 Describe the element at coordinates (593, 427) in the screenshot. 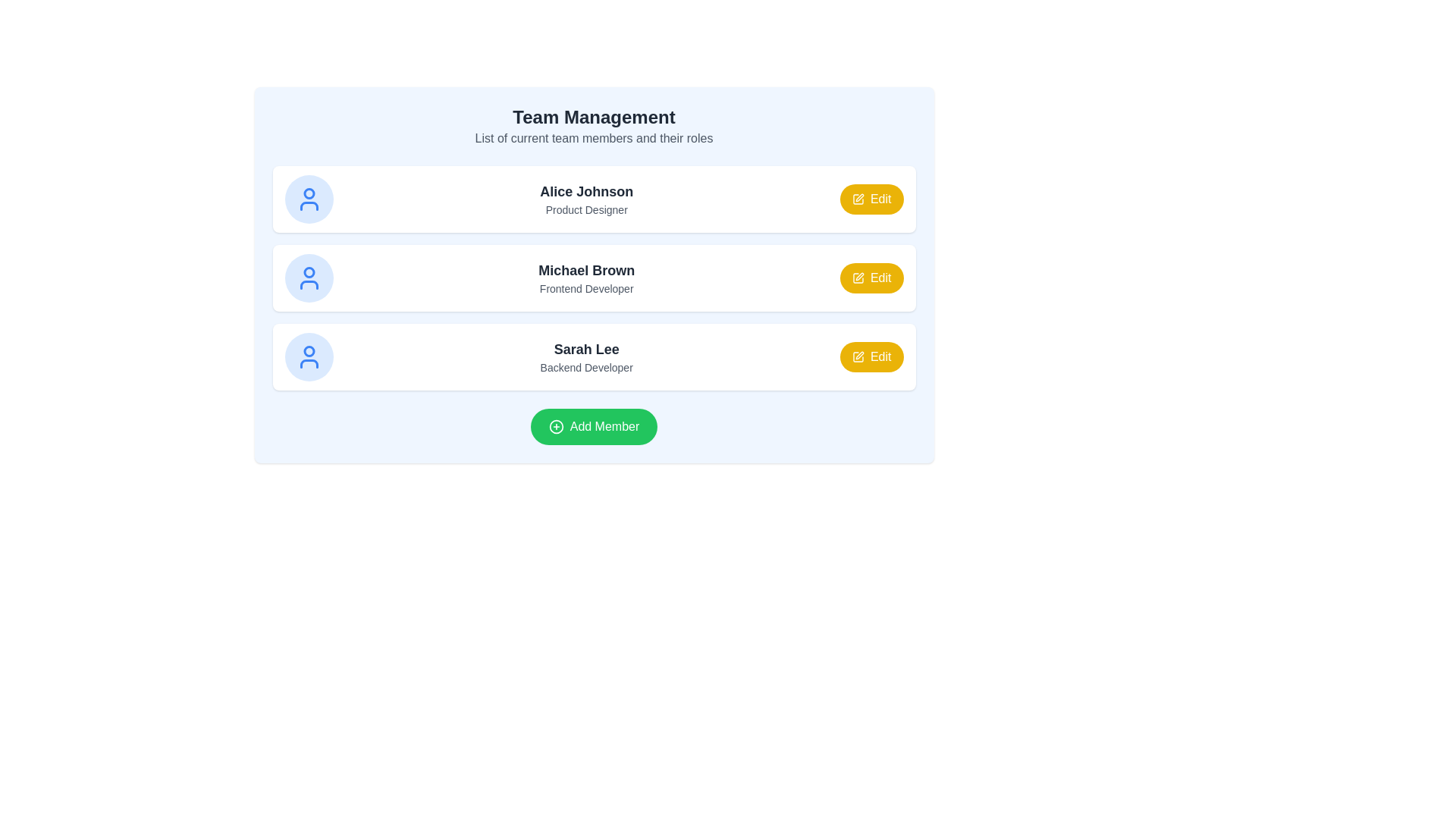

I see `the green 'Add Member' button with a plus sign icon located at the bottom of the 'Team Management' card beneath 'Sarah Lee'` at that location.